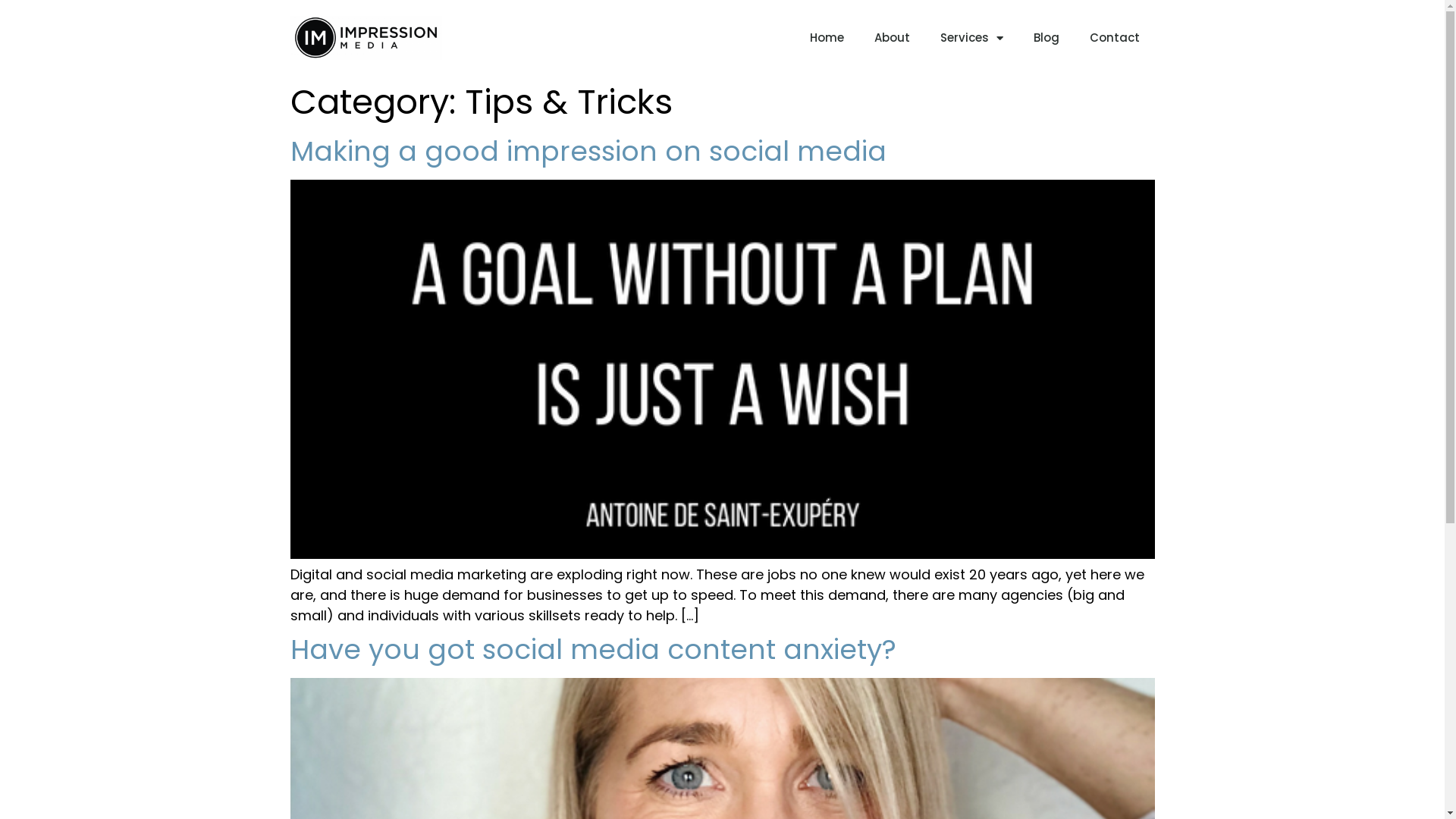 Image resolution: width=1456 pixels, height=819 pixels. Describe the element at coordinates (971, 37) in the screenshot. I see `'Services'` at that location.